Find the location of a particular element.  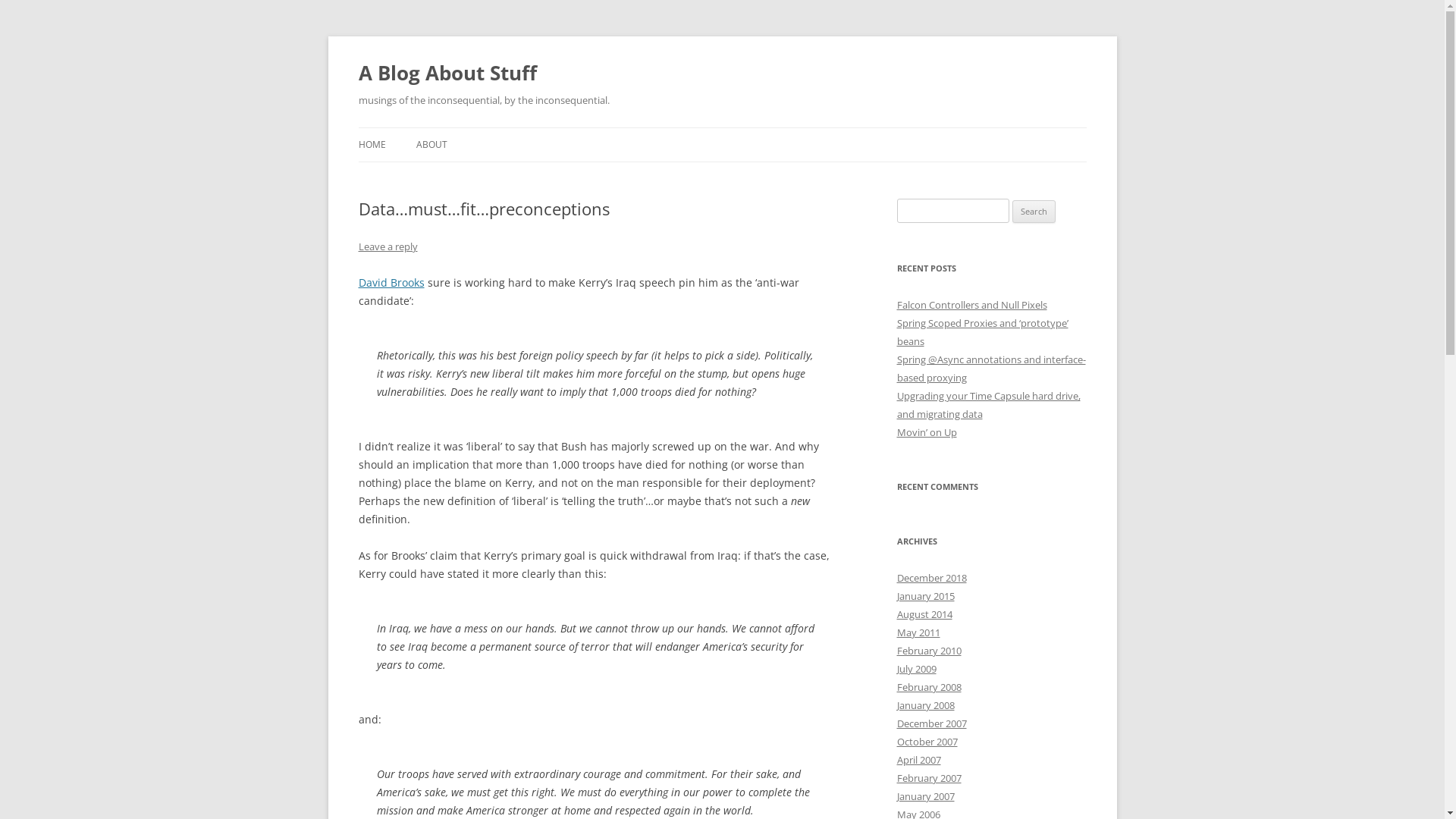

'A Blog About Stuff' is located at coordinates (446, 73).